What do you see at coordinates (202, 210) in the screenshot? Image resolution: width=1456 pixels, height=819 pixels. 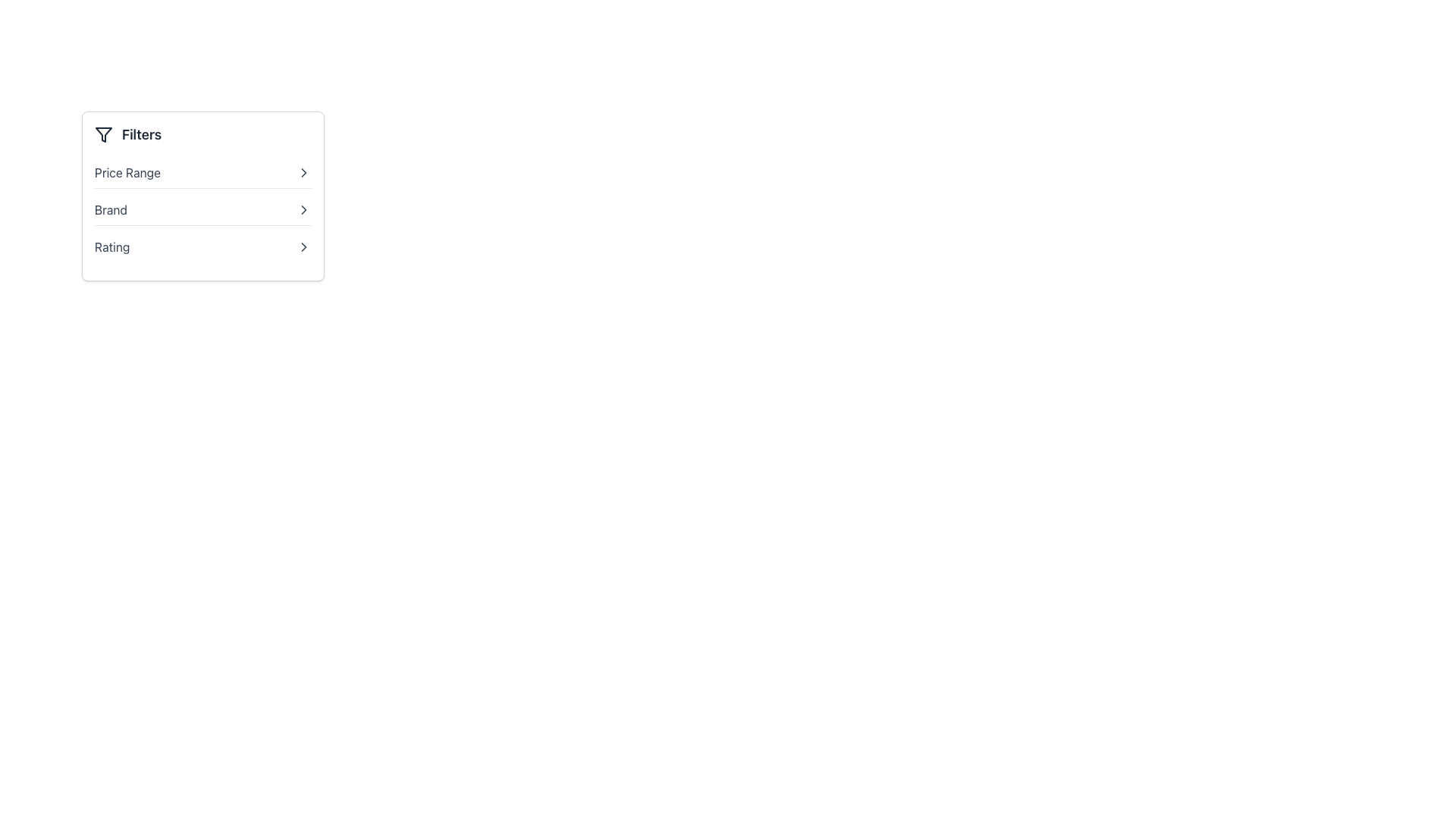 I see `the 'Brand' filter option, which is the second item in the filter menu` at bounding box center [202, 210].